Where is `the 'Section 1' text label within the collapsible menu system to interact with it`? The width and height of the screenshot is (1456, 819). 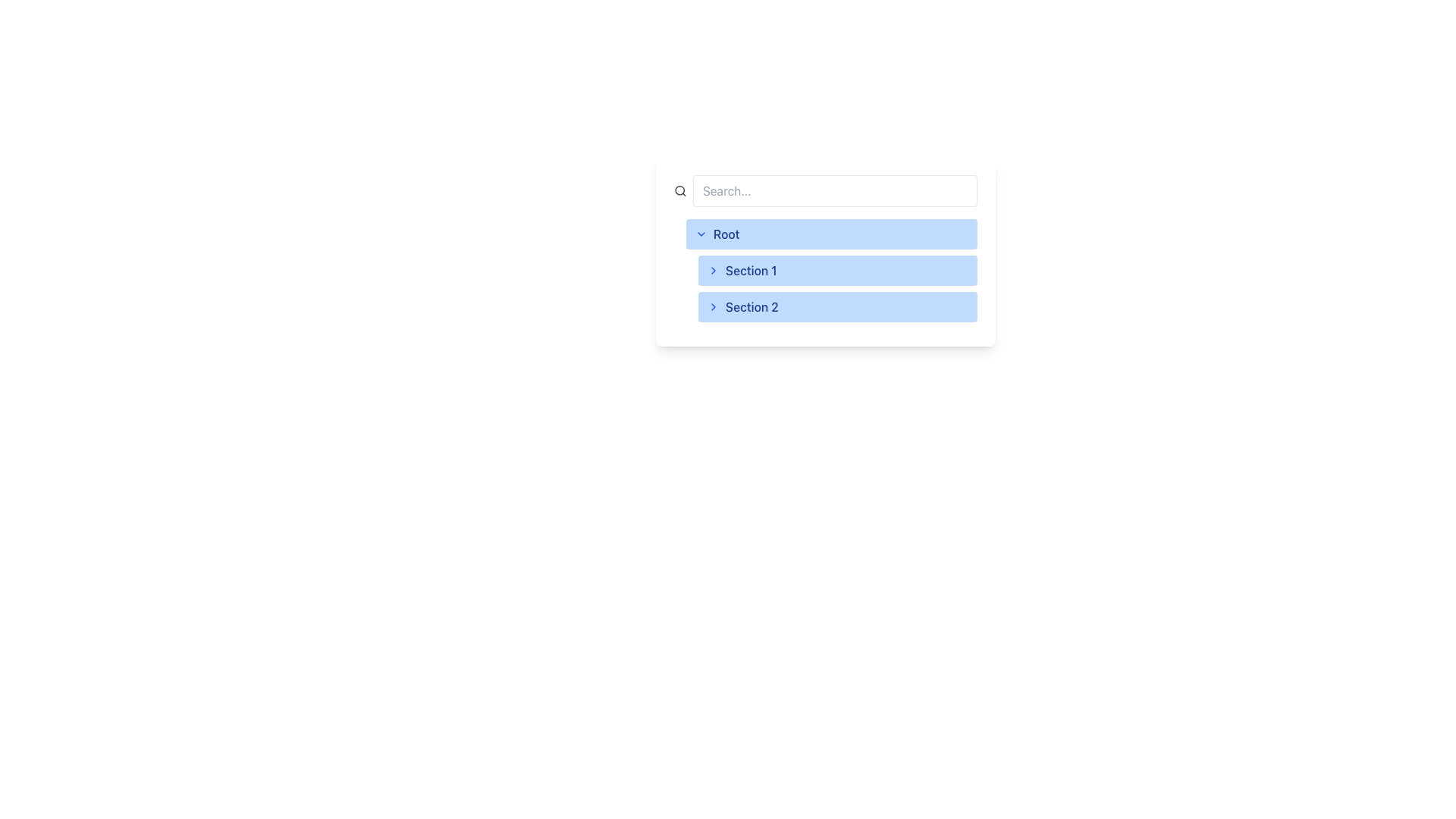 the 'Section 1' text label within the collapsible menu system to interact with it is located at coordinates (742, 270).